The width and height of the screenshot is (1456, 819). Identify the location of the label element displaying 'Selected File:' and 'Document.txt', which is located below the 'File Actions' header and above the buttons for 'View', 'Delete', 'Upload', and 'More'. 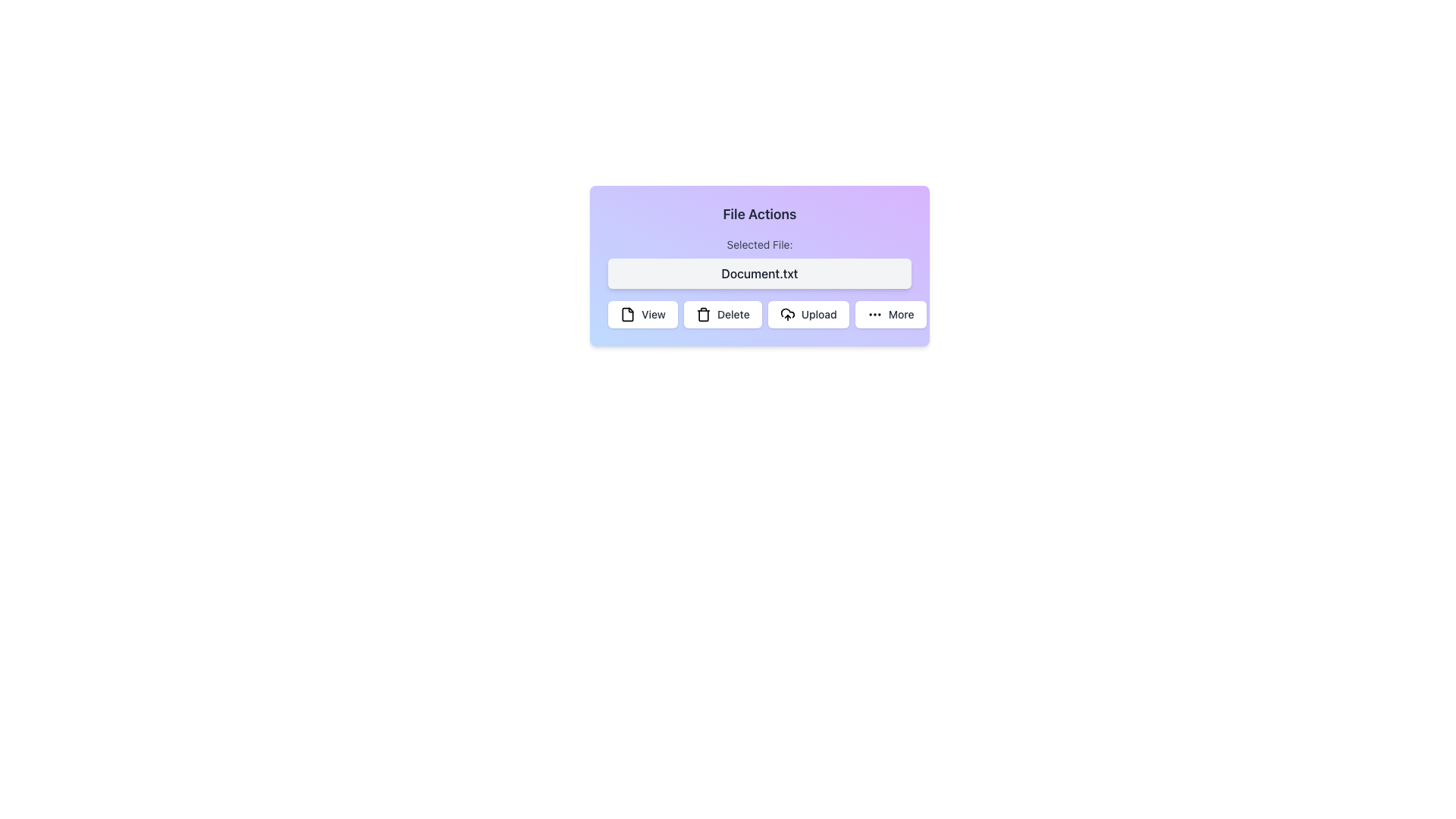
(760, 262).